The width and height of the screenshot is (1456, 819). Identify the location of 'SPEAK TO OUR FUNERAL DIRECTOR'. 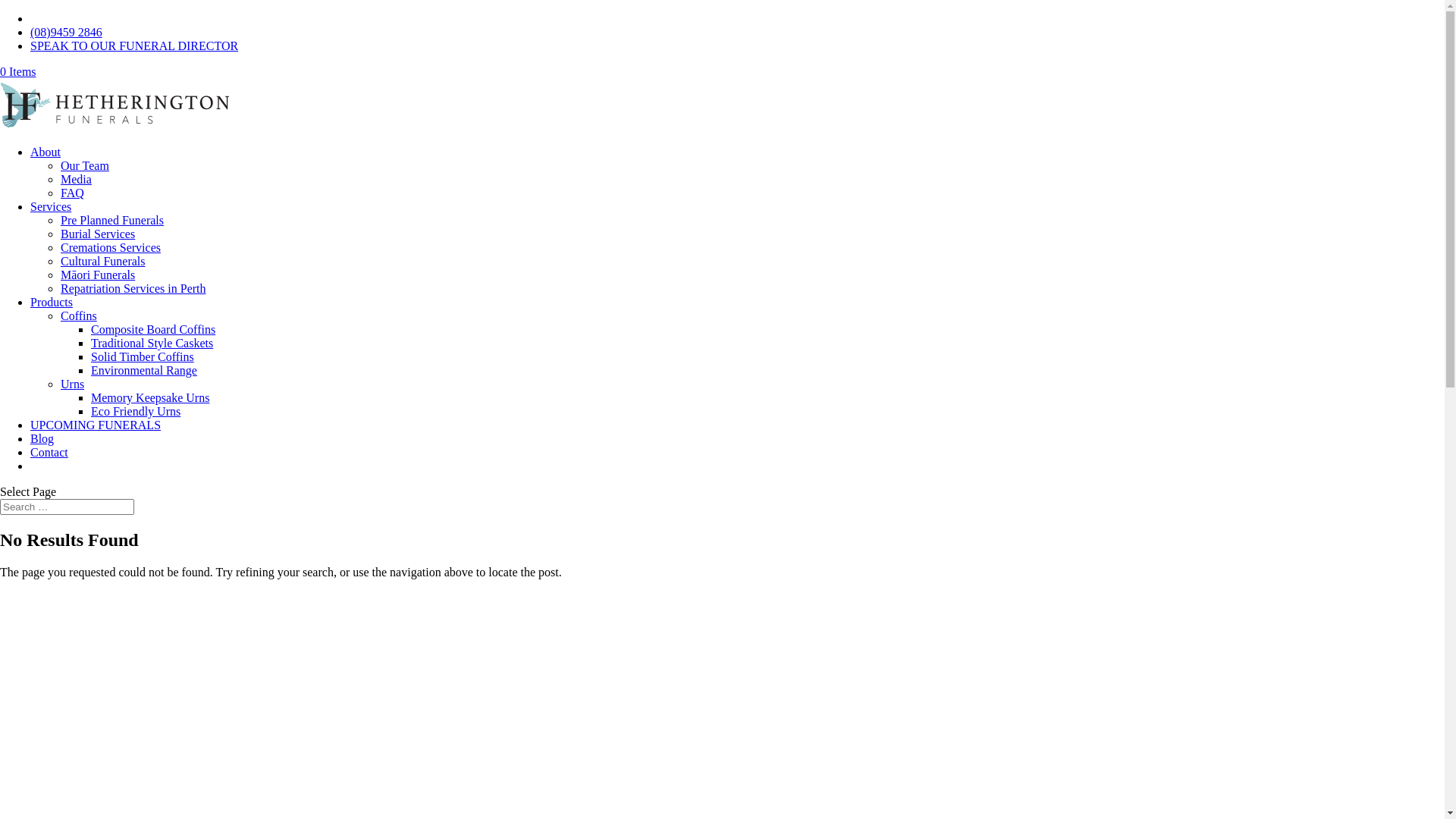
(134, 45).